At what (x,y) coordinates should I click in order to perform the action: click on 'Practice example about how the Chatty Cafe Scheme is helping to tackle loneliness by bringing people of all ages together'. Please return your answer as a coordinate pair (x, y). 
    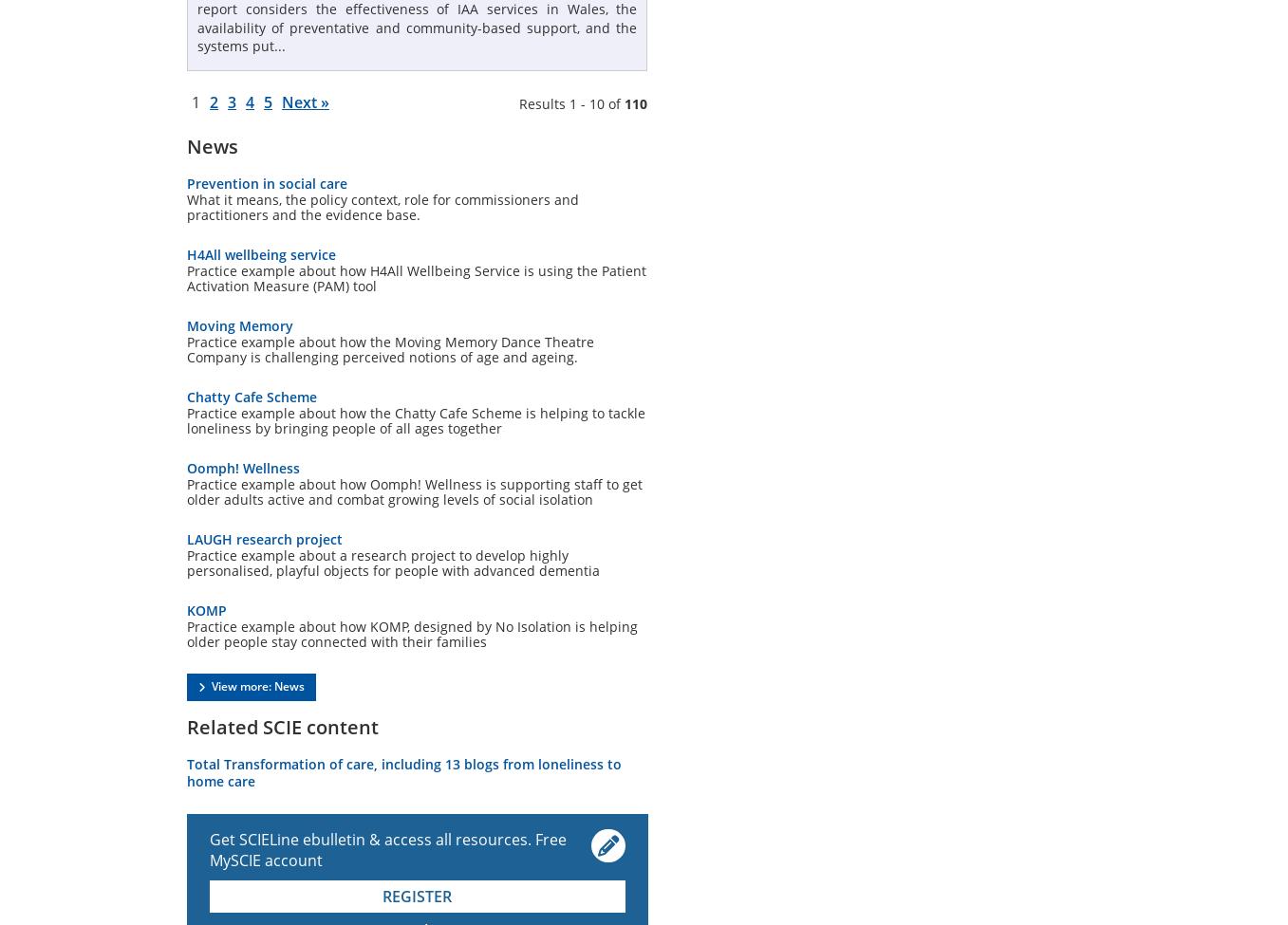
    Looking at the image, I should click on (415, 419).